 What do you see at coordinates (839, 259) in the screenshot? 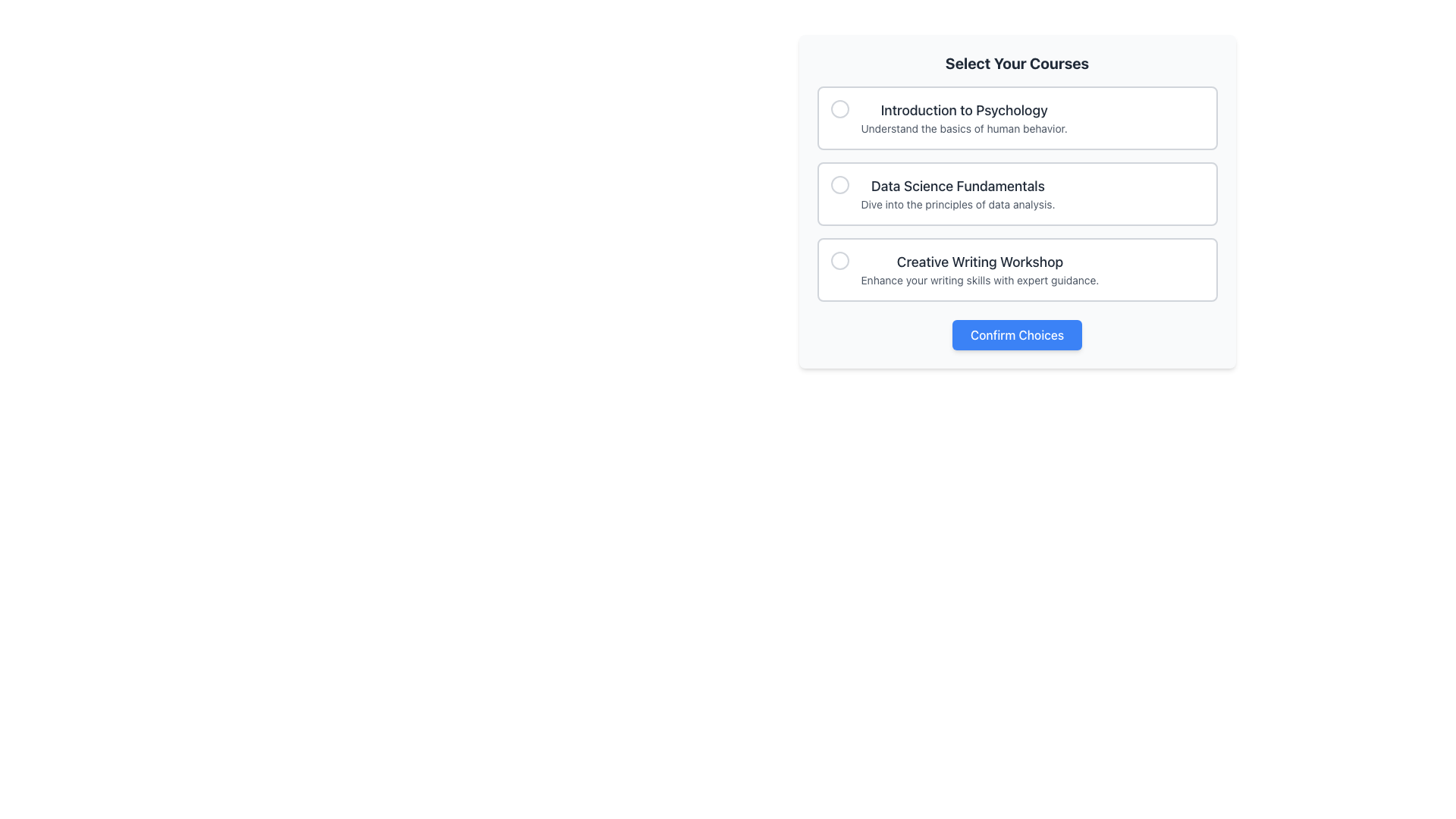
I see `the radio button for the 'Creative Writing Workshop'` at bounding box center [839, 259].